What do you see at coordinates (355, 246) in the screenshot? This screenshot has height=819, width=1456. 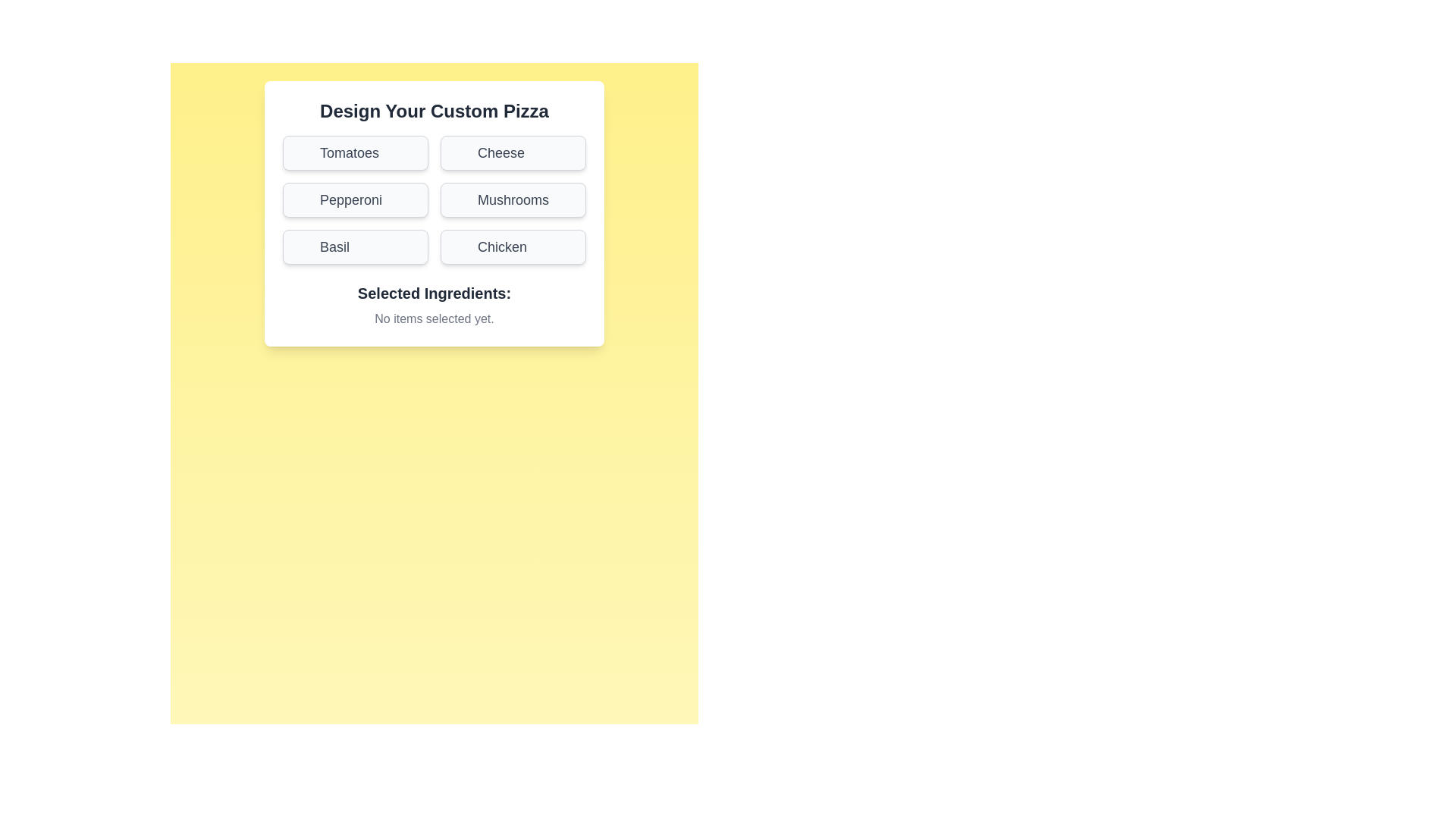 I see `the ingredient button labeled Basil to toggle its selection` at bounding box center [355, 246].